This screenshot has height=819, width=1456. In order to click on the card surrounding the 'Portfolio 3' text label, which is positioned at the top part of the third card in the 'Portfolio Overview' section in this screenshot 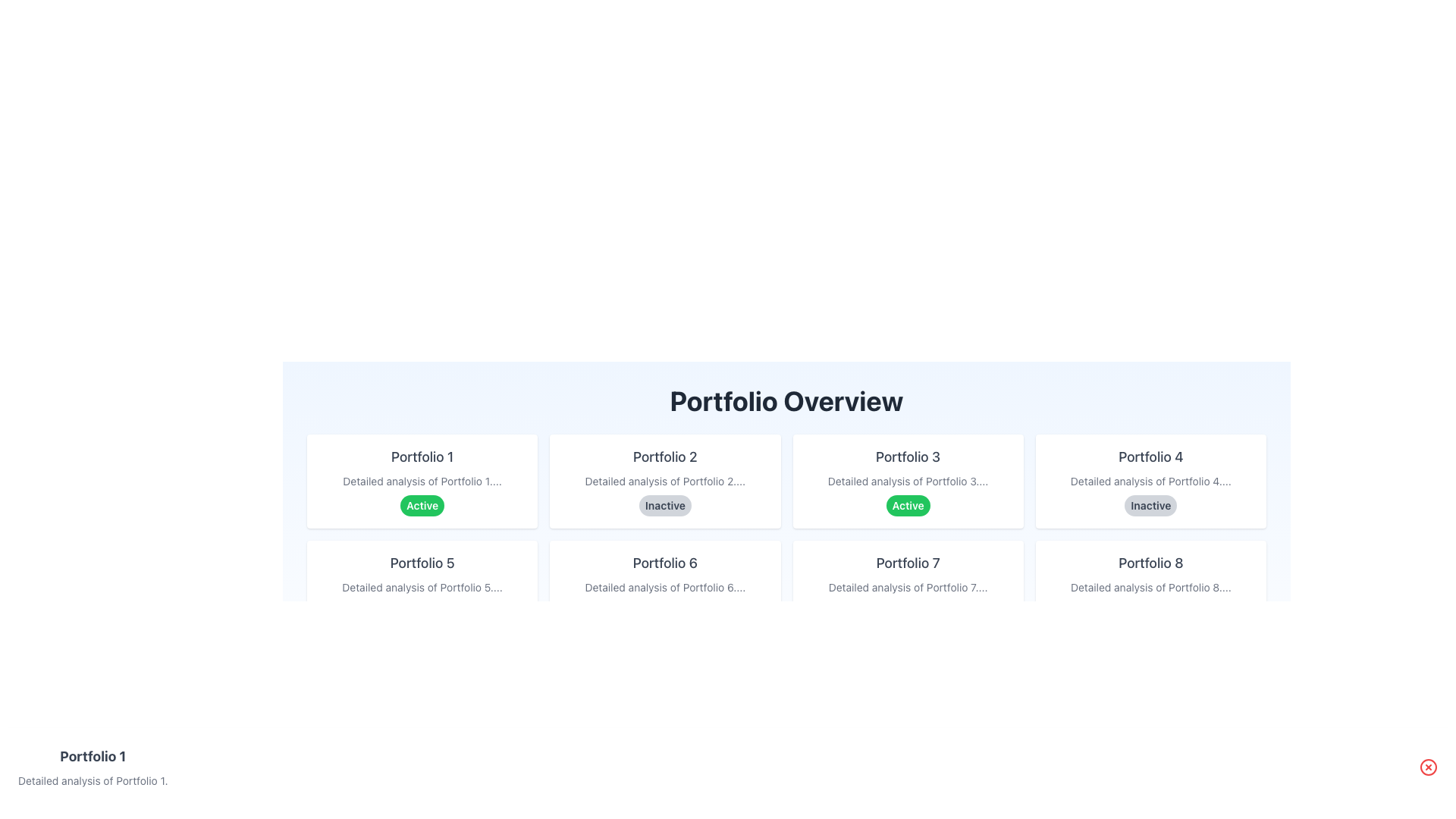, I will do `click(908, 456)`.